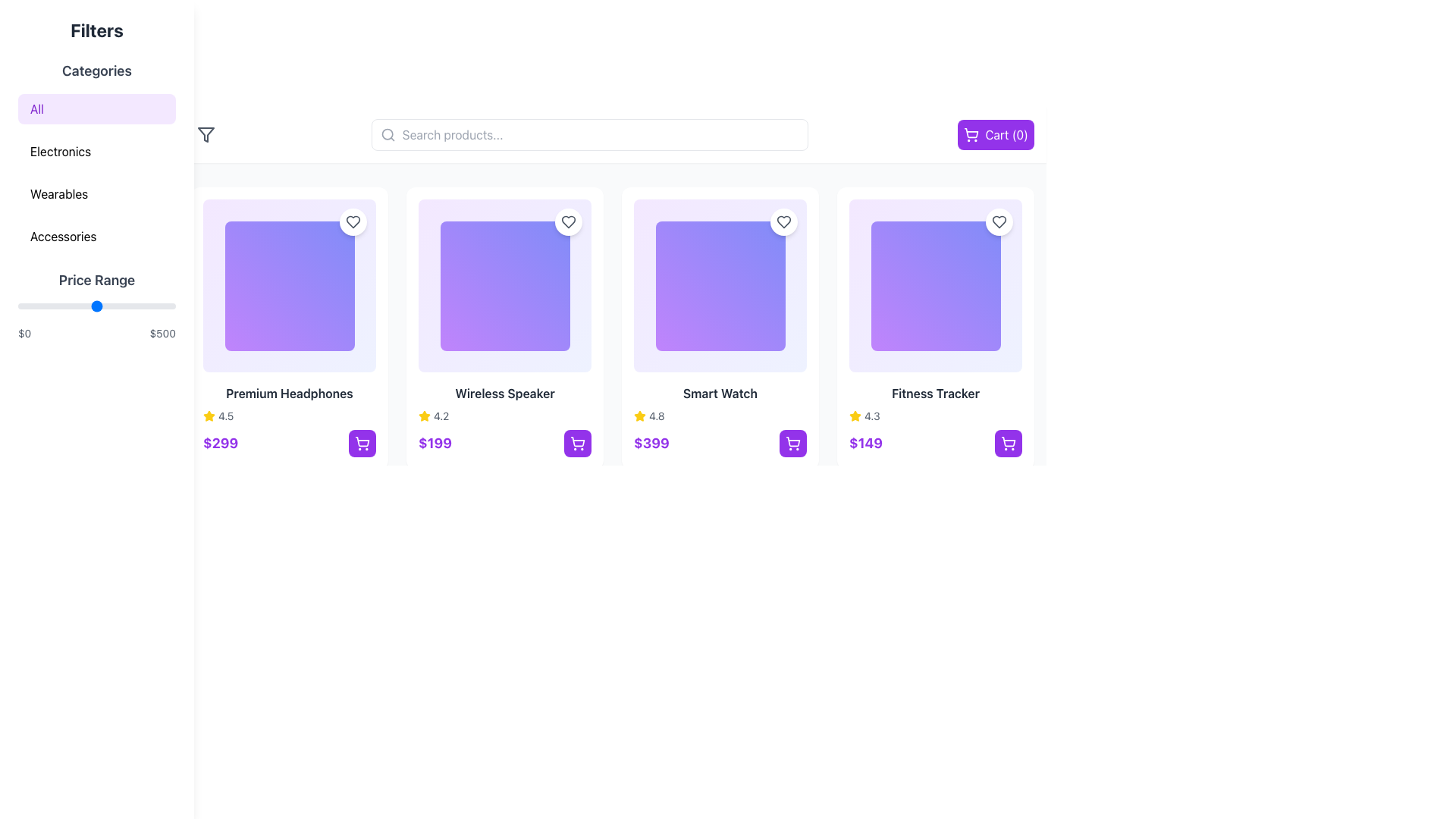  I want to click on the shopping cart icon labeled 'Cart (0)' located at the top-right corner of the interface, so click(971, 133).